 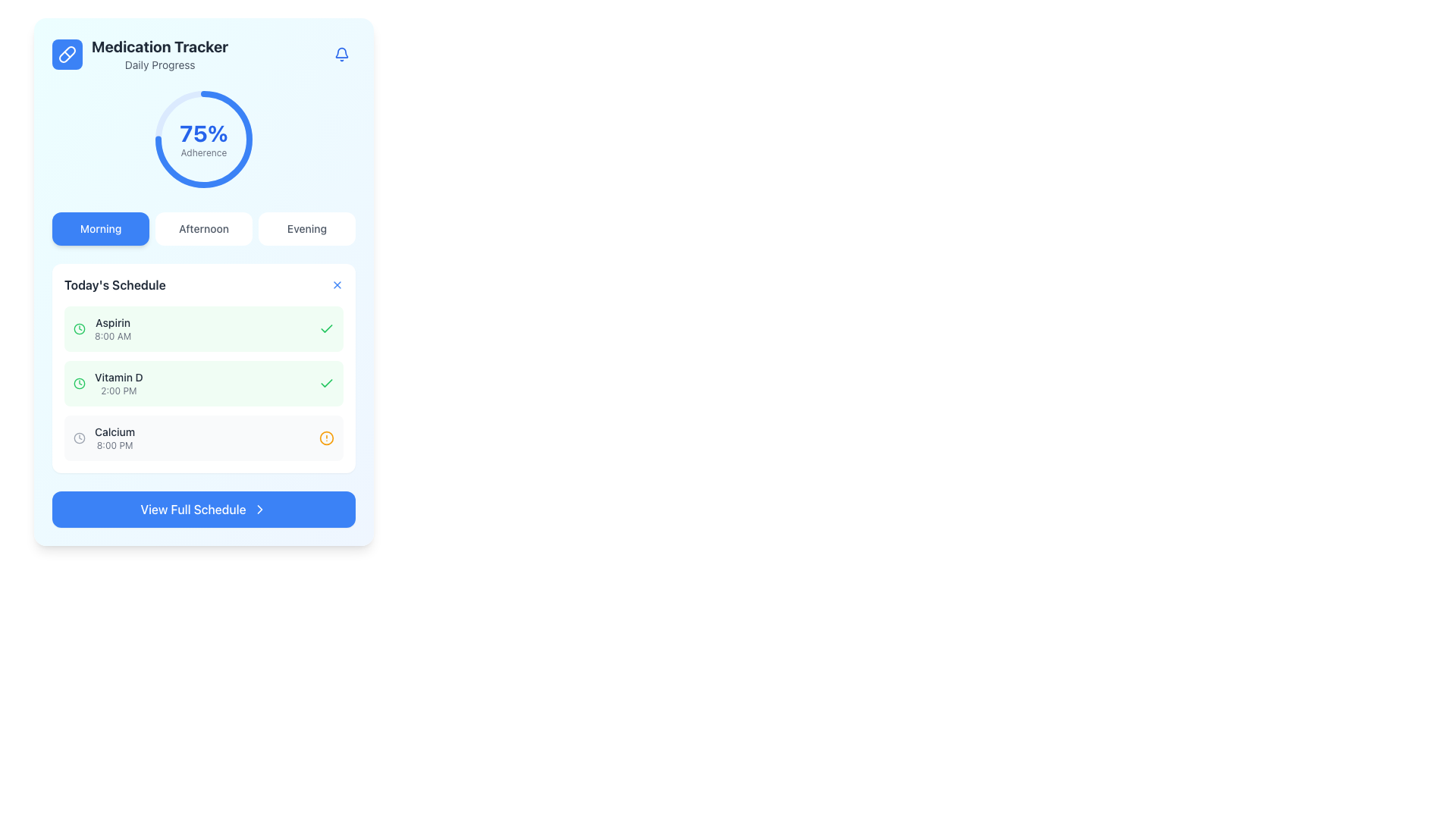 What do you see at coordinates (67, 54) in the screenshot?
I see `the pill icon within the blue rounded rectangular background, which is located at the top-left corner of the interface, near the title 'Medication Tracker'` at bounding box center [67, 54].